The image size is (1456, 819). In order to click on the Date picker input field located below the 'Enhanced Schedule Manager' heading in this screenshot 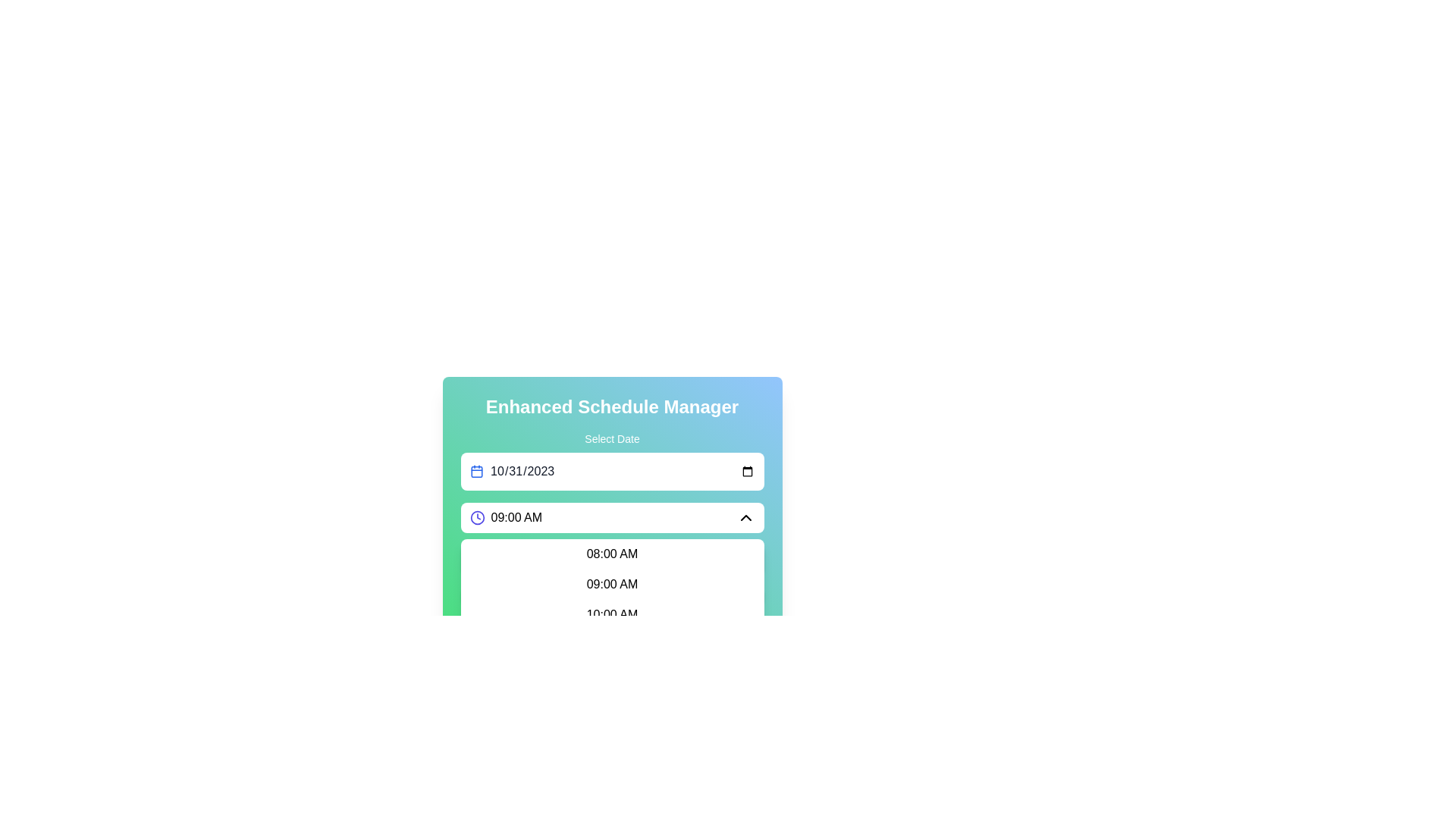, I will do `click(612, 487)`.